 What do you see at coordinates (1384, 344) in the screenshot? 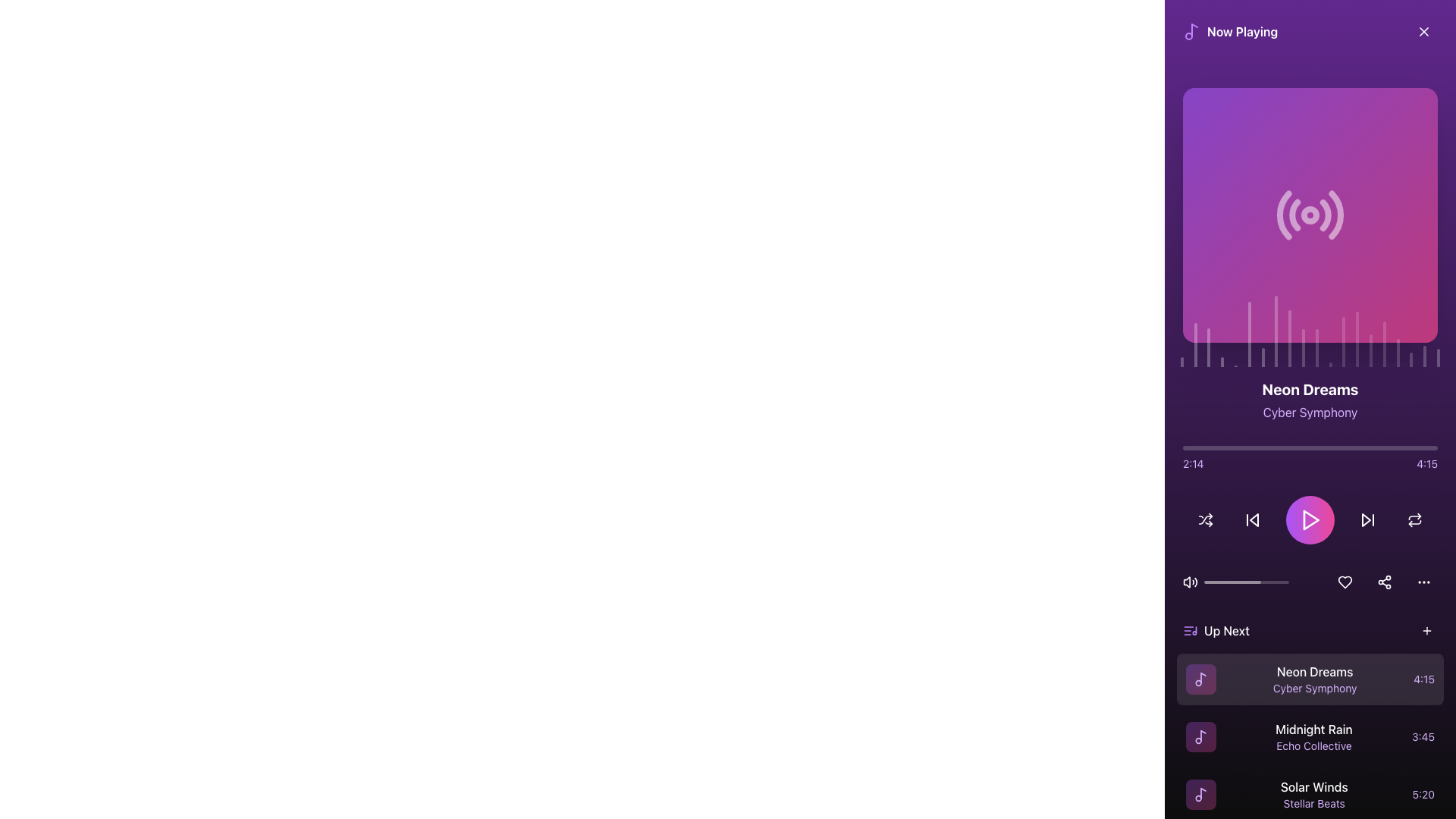
I see `the 16th vertical white progress indicator segment (waveform bar) in the purple-themed media player interface, which is part of a series of 20 bars representing waveform visualization` at bounding box center [1384, 344].